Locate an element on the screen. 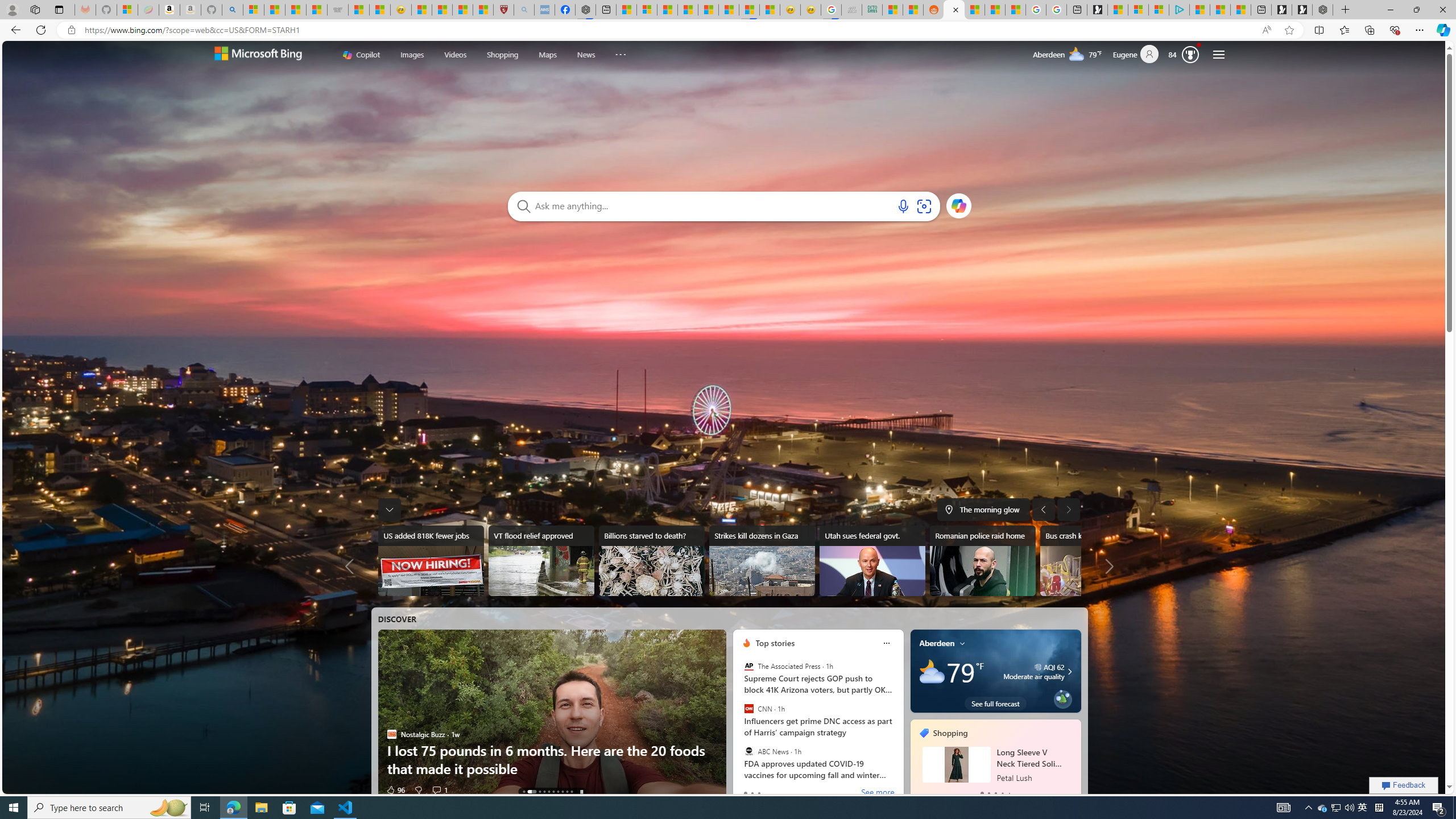  'Romanian police raid home' is located at coordinates (981, 560).